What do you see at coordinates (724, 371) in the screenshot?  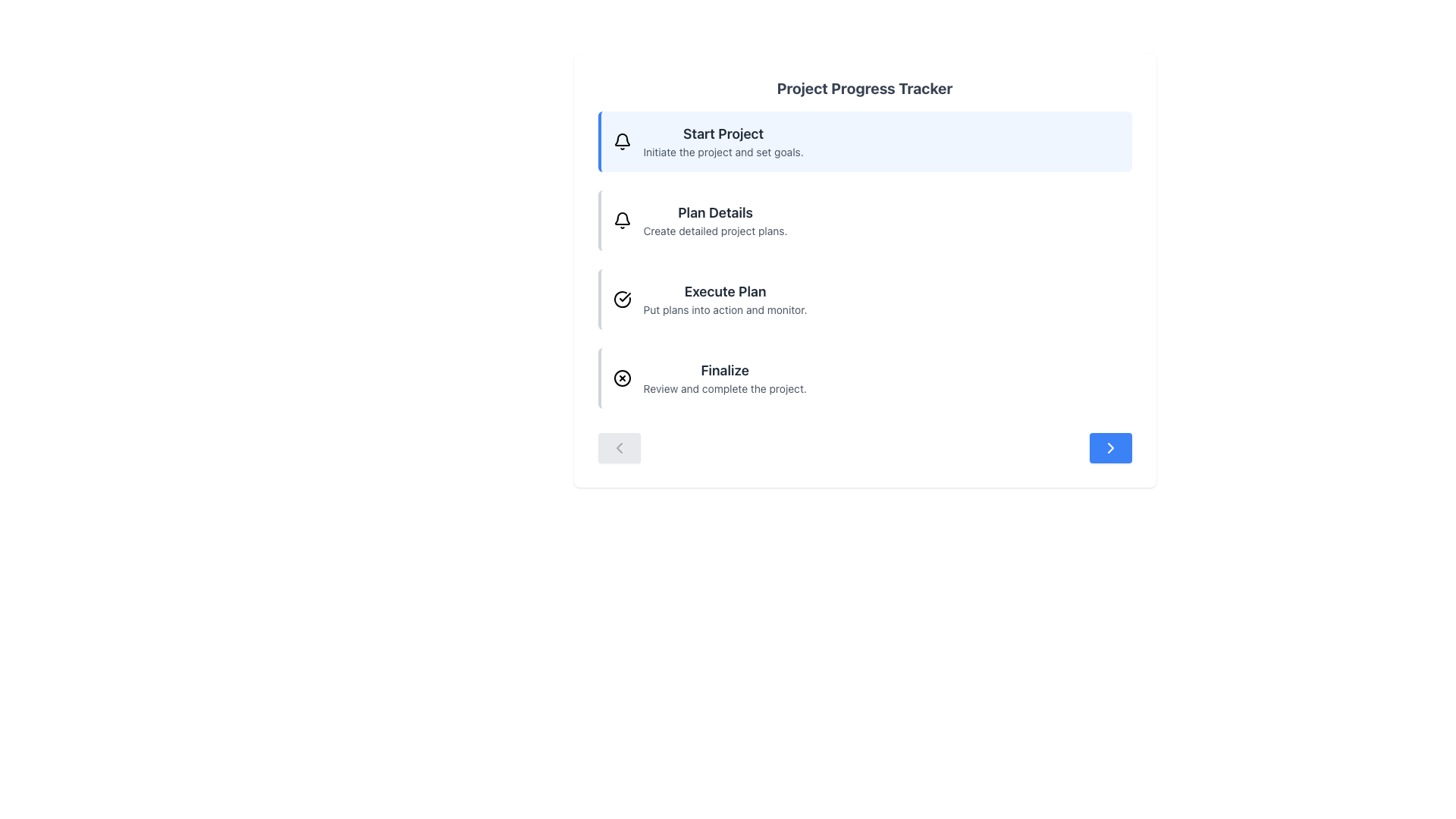 I see `the bold text label displaying 'Finalize' in dark gray, which is positioned above the description text 'Review and complete the project.'` at bounding box center [724, 371].